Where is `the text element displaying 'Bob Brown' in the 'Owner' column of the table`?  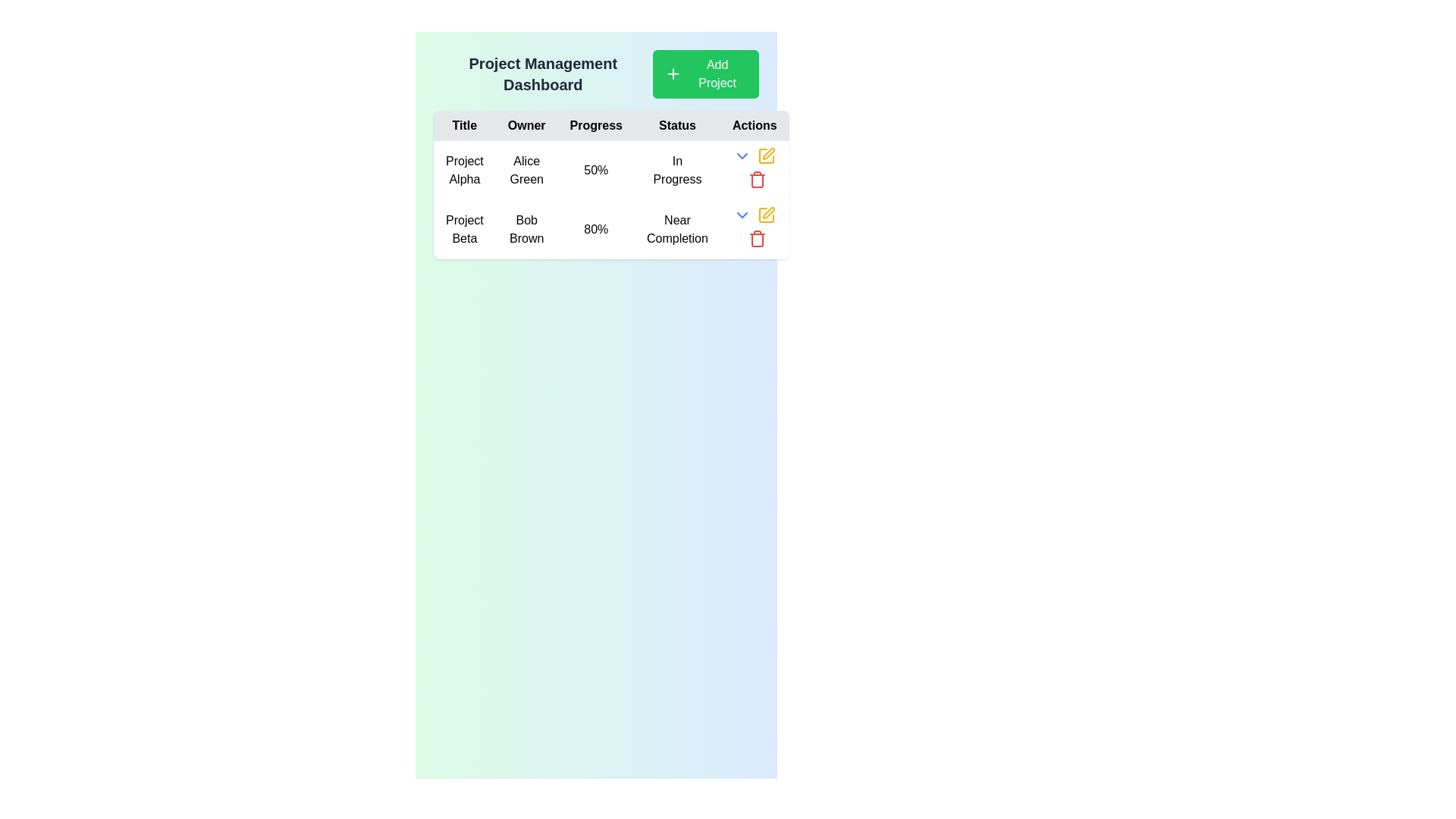 the text element displaying 'Bob Brown' in the 'Owner' column of the table is located at coordinates (526, 230).